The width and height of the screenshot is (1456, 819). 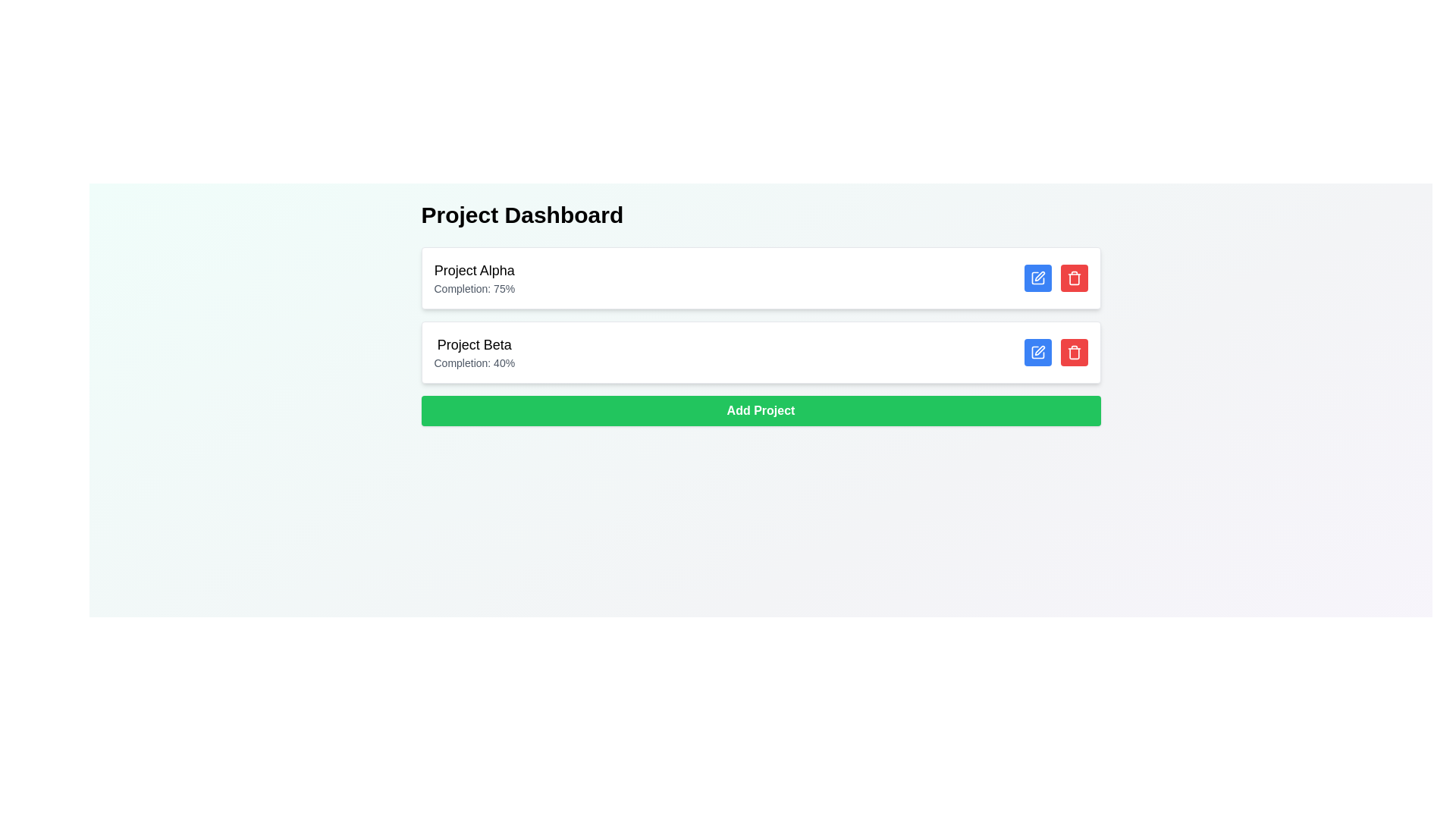 I want to click on the second red trash icon button in the action buttons of the 'Project Beta' card, so click(x=1073, y=353).